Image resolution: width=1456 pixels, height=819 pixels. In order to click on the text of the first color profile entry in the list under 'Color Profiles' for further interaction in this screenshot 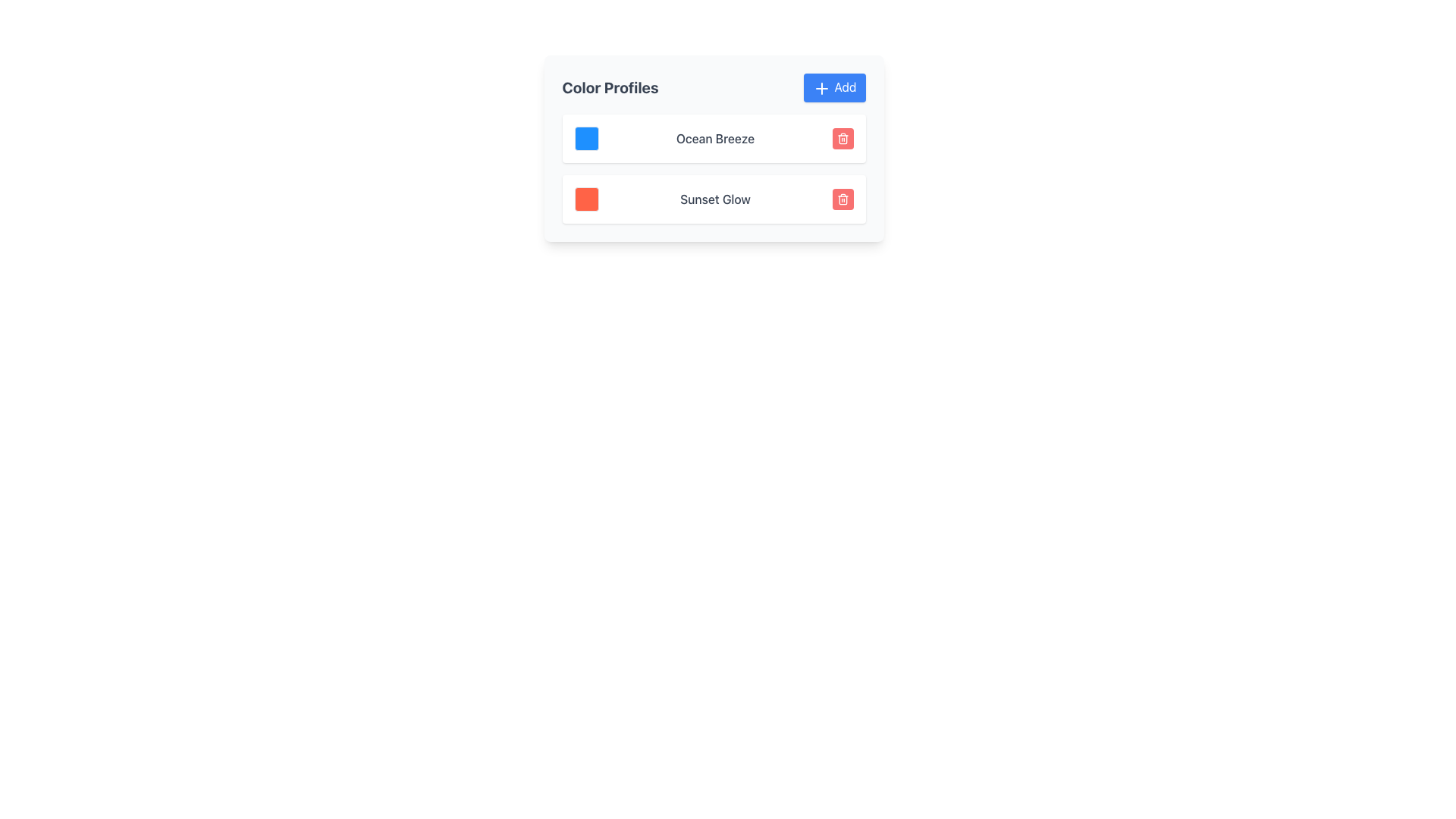, I will do `click(713, 138)`.